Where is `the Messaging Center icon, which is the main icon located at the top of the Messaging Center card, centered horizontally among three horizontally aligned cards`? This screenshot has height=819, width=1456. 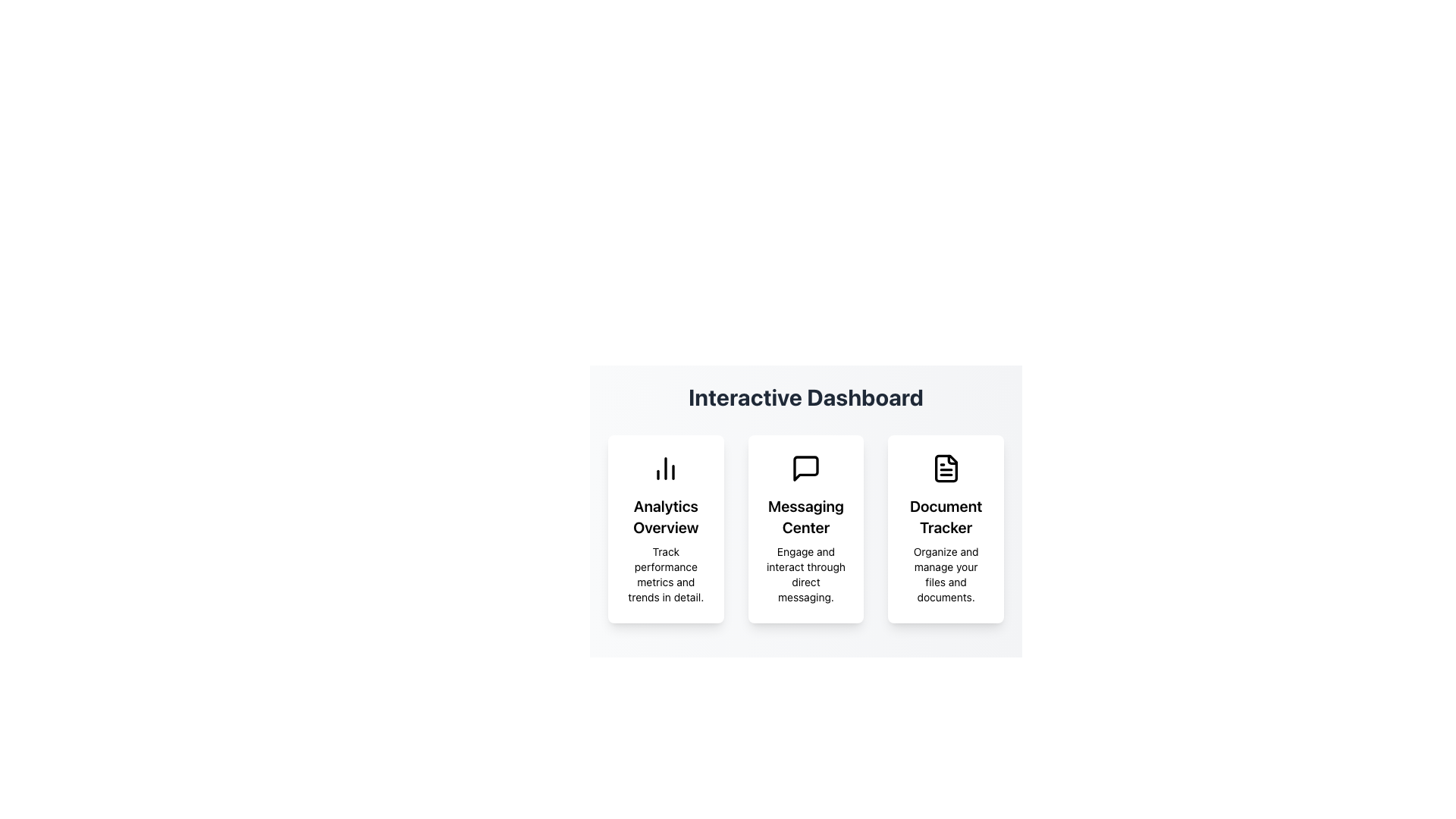
the Messaging Center icon, which is the main icon located at the top of the Messaging Center card, centered horizontally among three horizontally aligned cards is located at coordinates (805, 467).